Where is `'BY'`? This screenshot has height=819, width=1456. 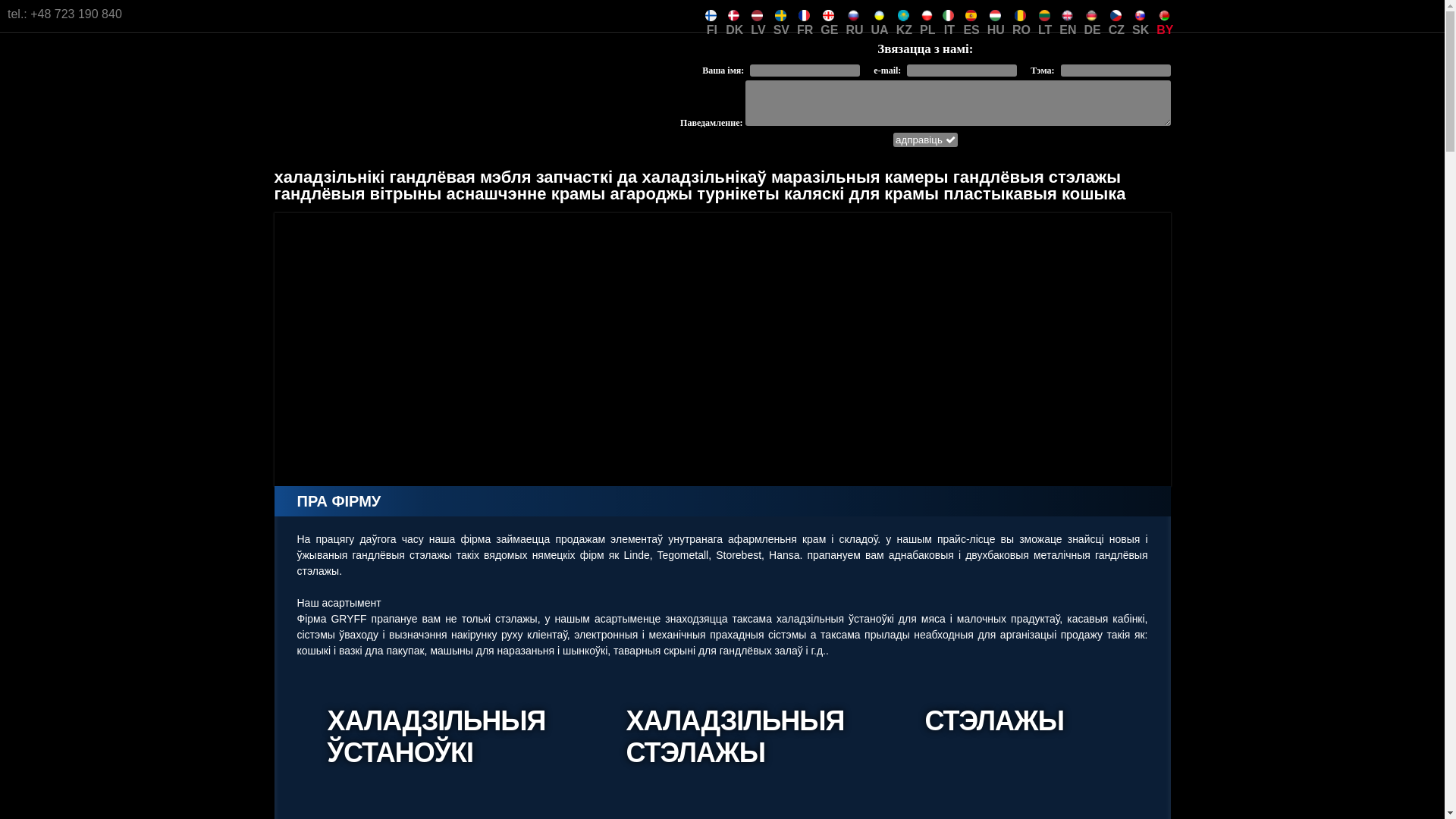 'BY' is located at coordinates (1164, 14).